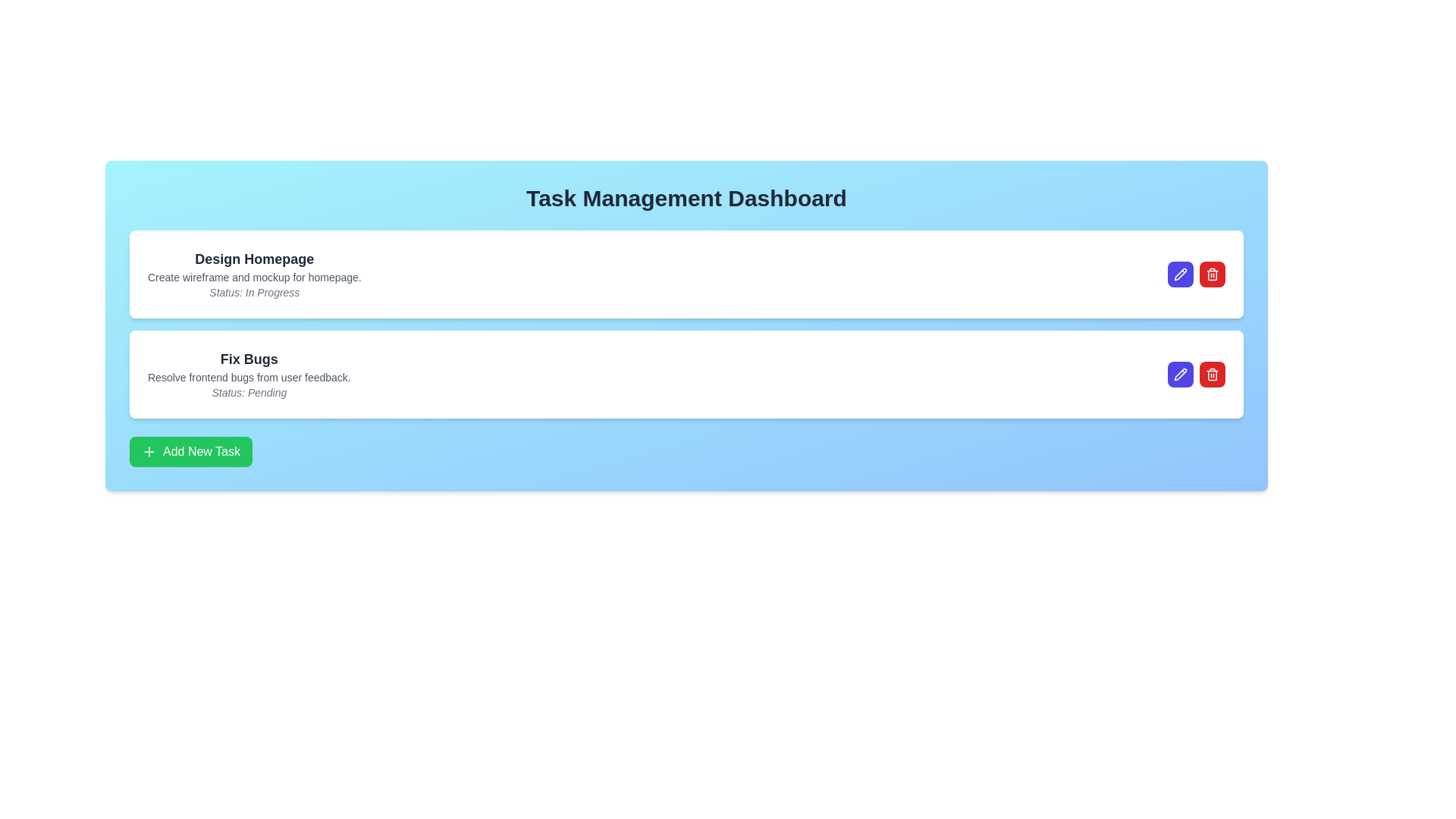 This screenshot has height=819, width=1456. What do you see at coordinates (1211, 374) in the screenshot?
I see `the small trash can icon button with a red background located at the far right of the 'Fix Bugs' task card` at bounding box center [1211, 374].